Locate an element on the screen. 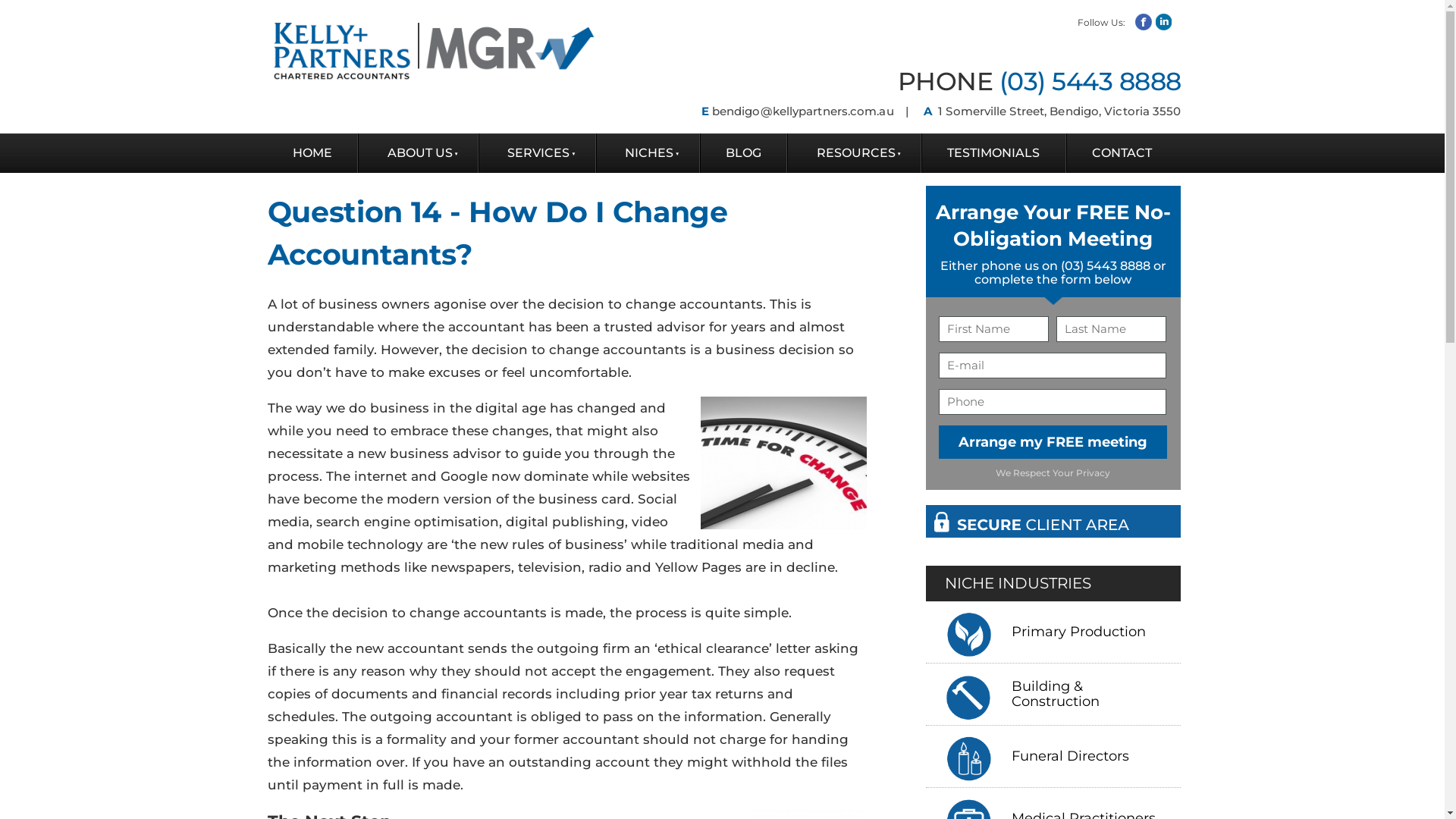 This screenshot has width=1456, height=819. 'Arrange my FREE meeting' is located at coordinates (1052, 441).